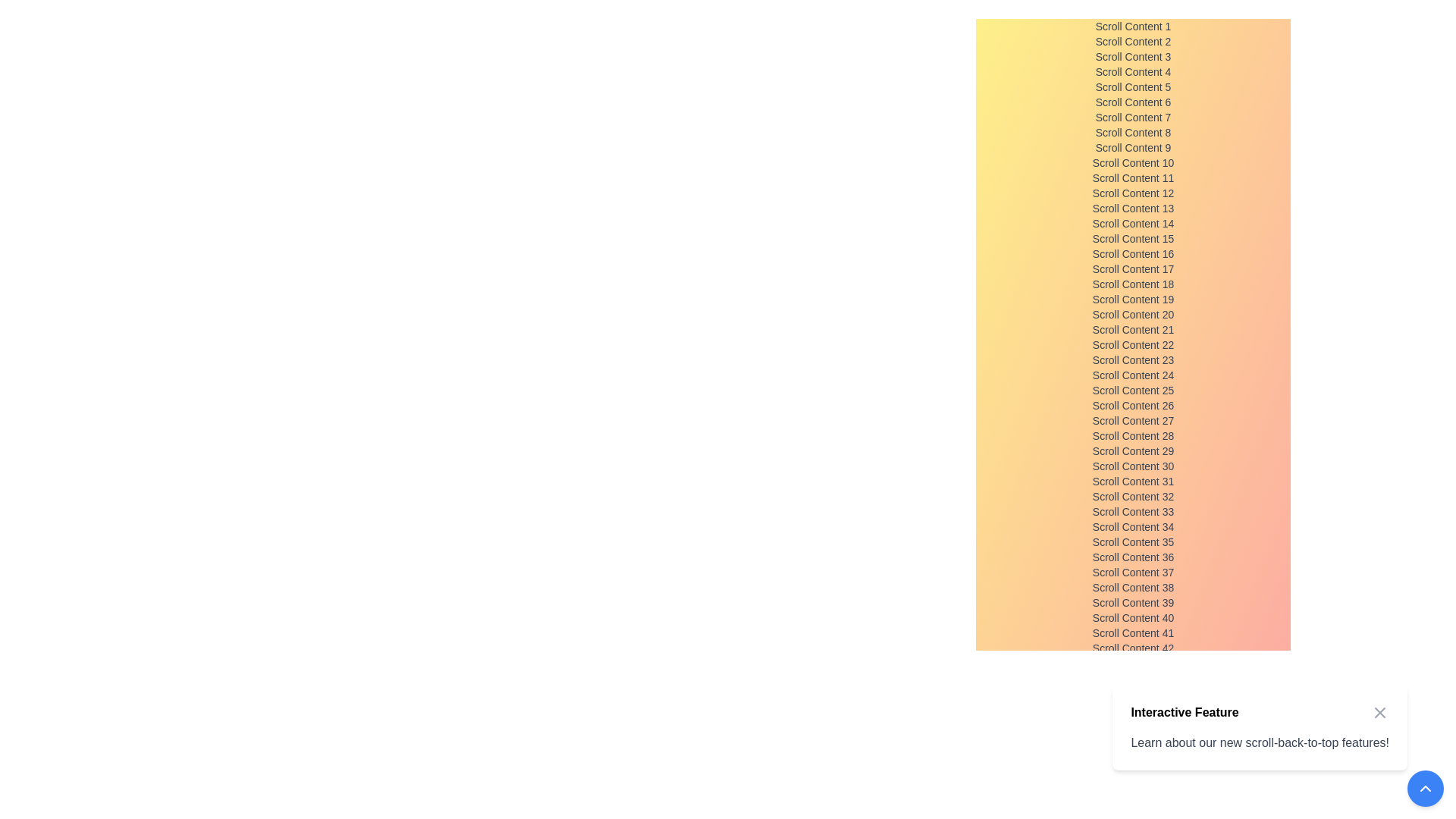  Describe the element at coordinates (1133, 390) in the screenshot. I see `the text label stating 'Scroll Content 25' which is styled in a small, gray font and positioned in the 25th place within a vertically arranged list` at that location.